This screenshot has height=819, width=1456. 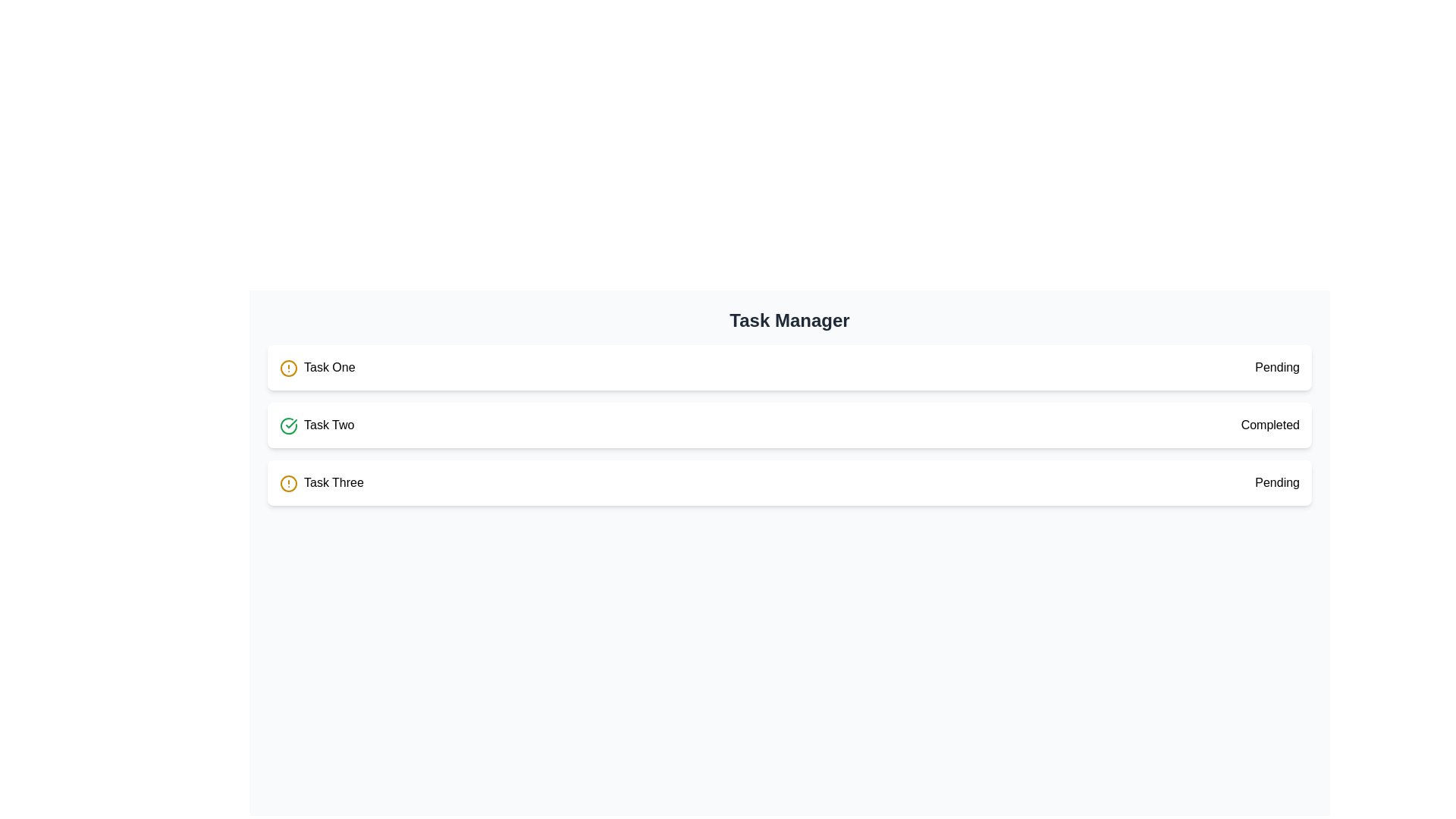 I want to click on the circular outline of the alert icon next to the 'Task One' label in the task list interface, so click(x=288, y=369).